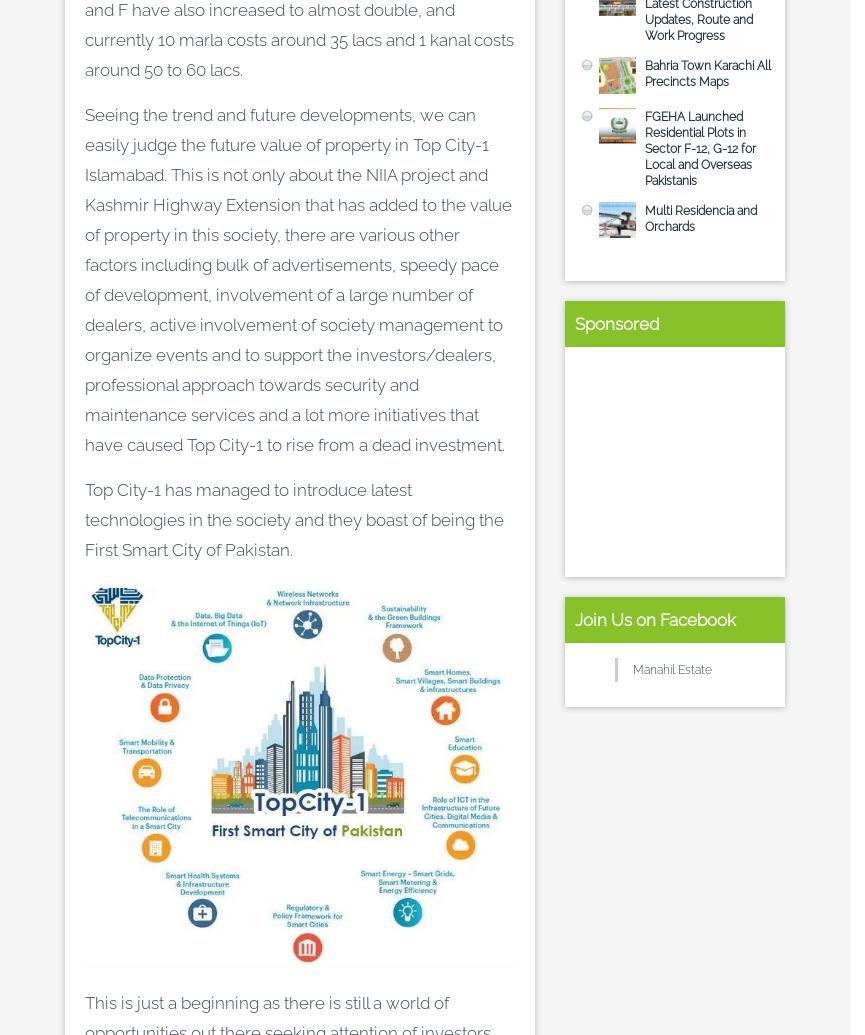  I want to click on 'Bahria Town Karachi All Precincts Maps', so click(643, 74).